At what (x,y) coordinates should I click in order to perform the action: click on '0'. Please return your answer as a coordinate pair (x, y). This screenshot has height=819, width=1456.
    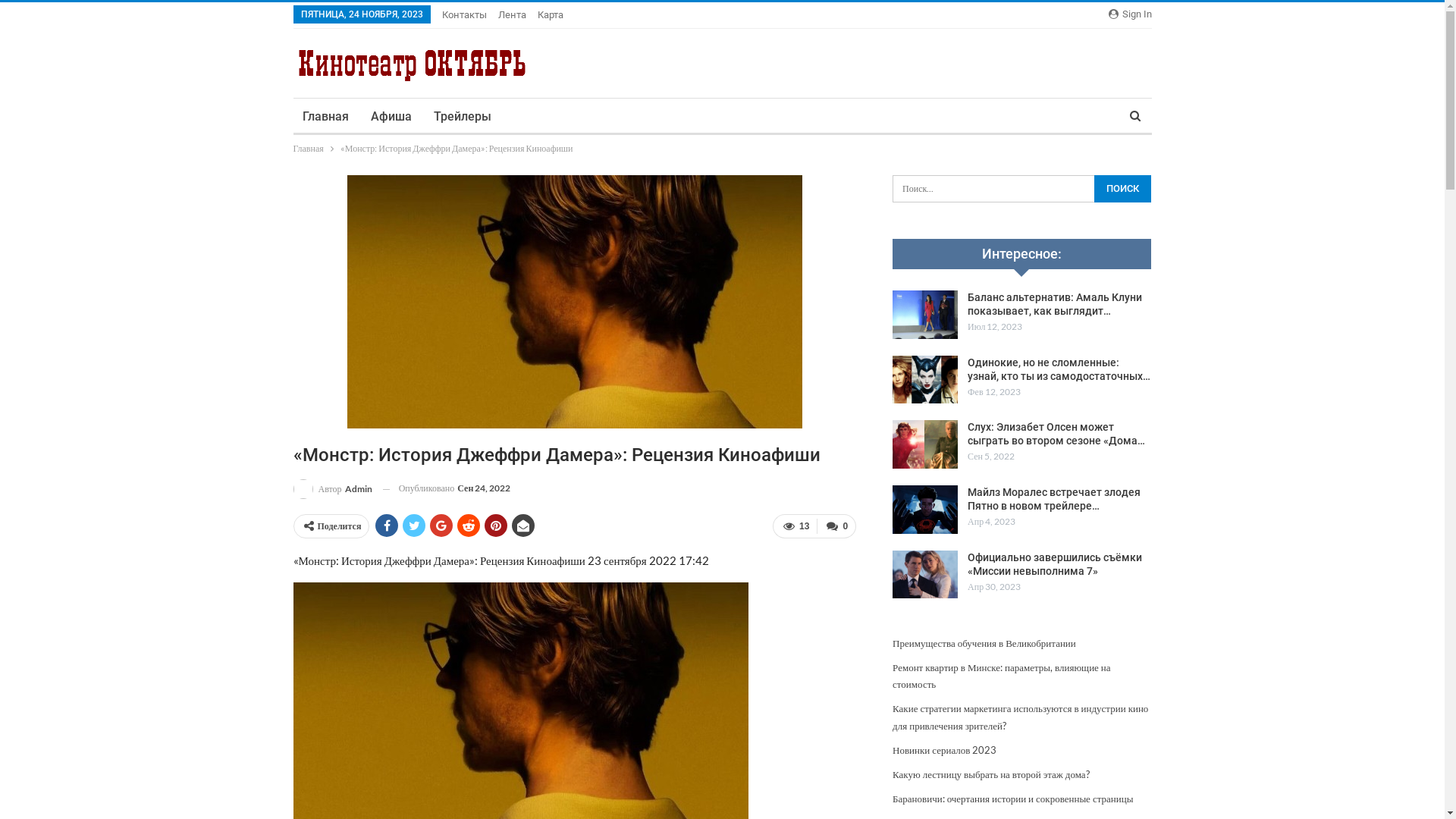
    Looking at the image, I should click on (836, 526).